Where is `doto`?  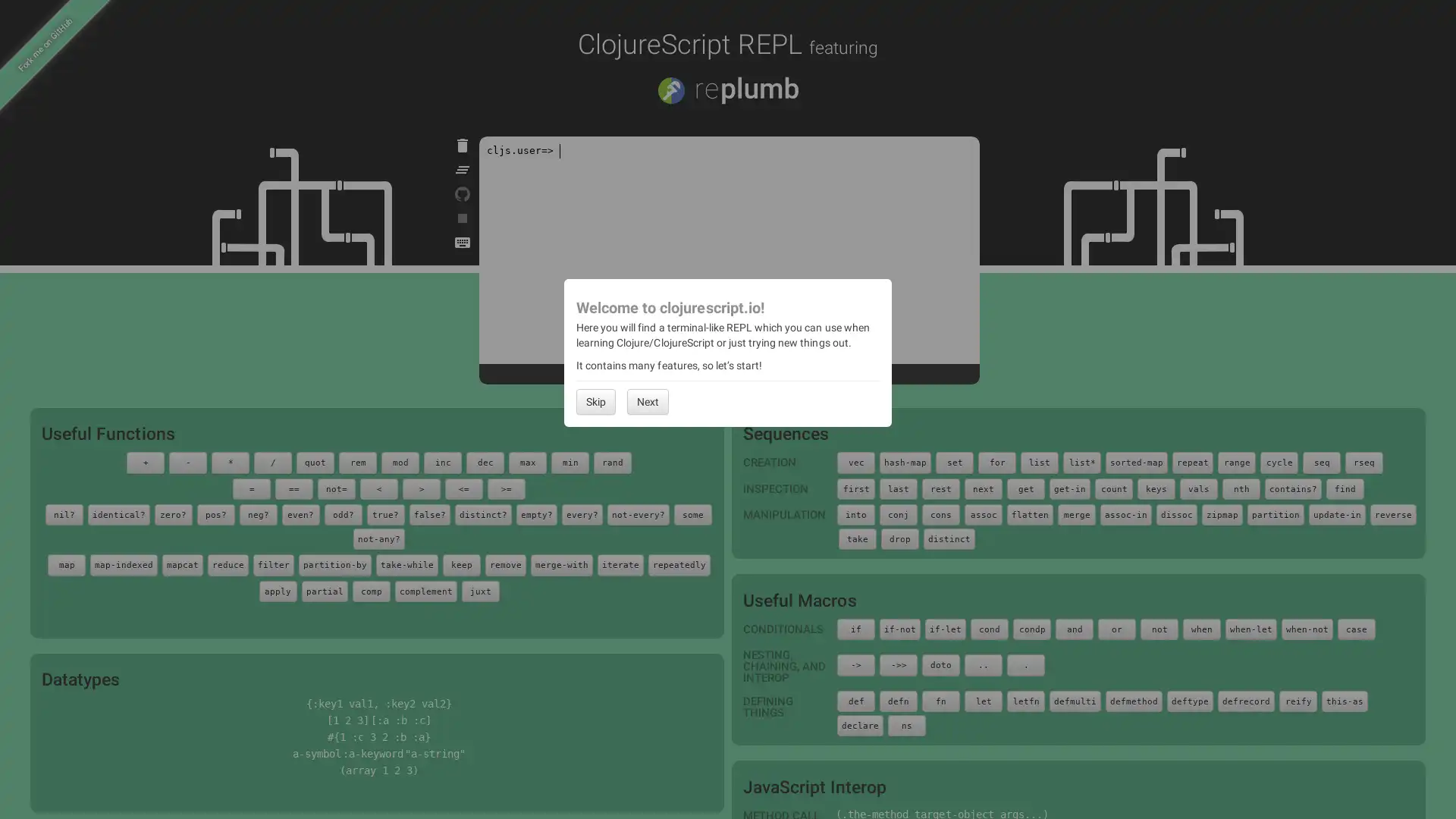 doto is located at coordinates (940, 664).